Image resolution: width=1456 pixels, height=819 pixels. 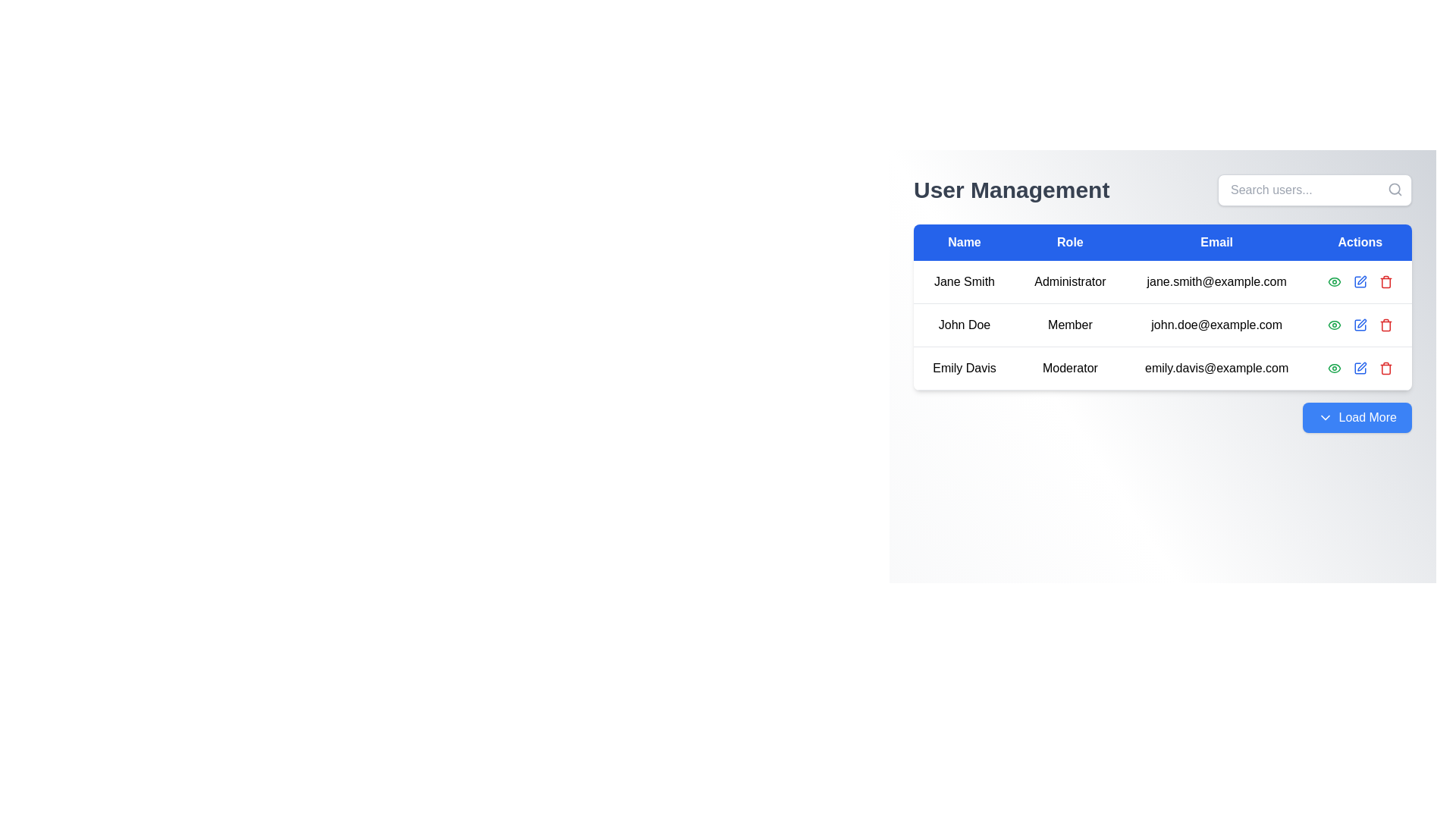 What do you see at coordinates (1361, 366) in the screenshot?
I see `the edit icon for user 'Emily Davis' in the Actions column of the user management table` at bounding box center [1361, 366].